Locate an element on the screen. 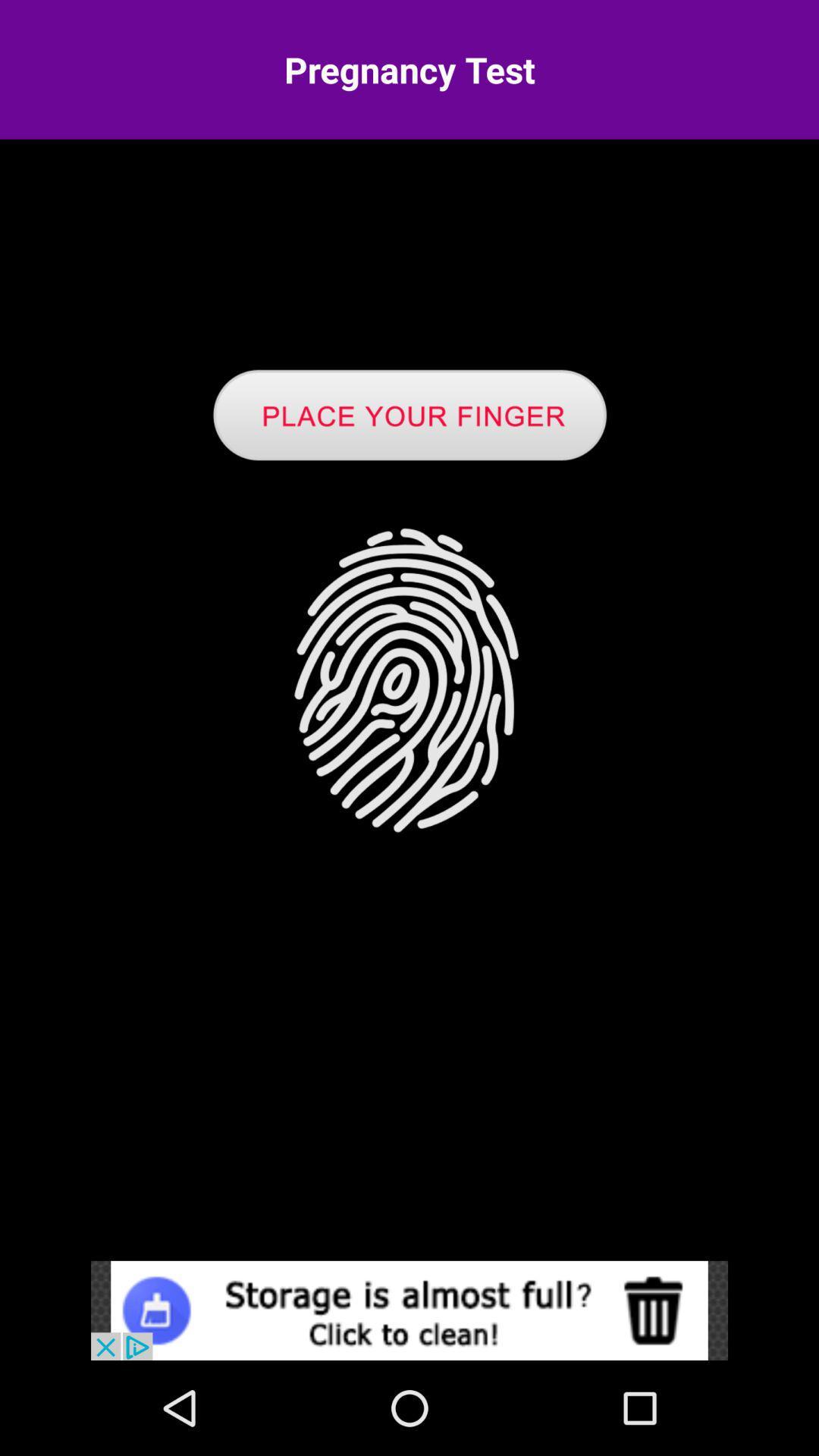 The image size is (819, 1456). see advertisement is located at coordinates (409, 1310).